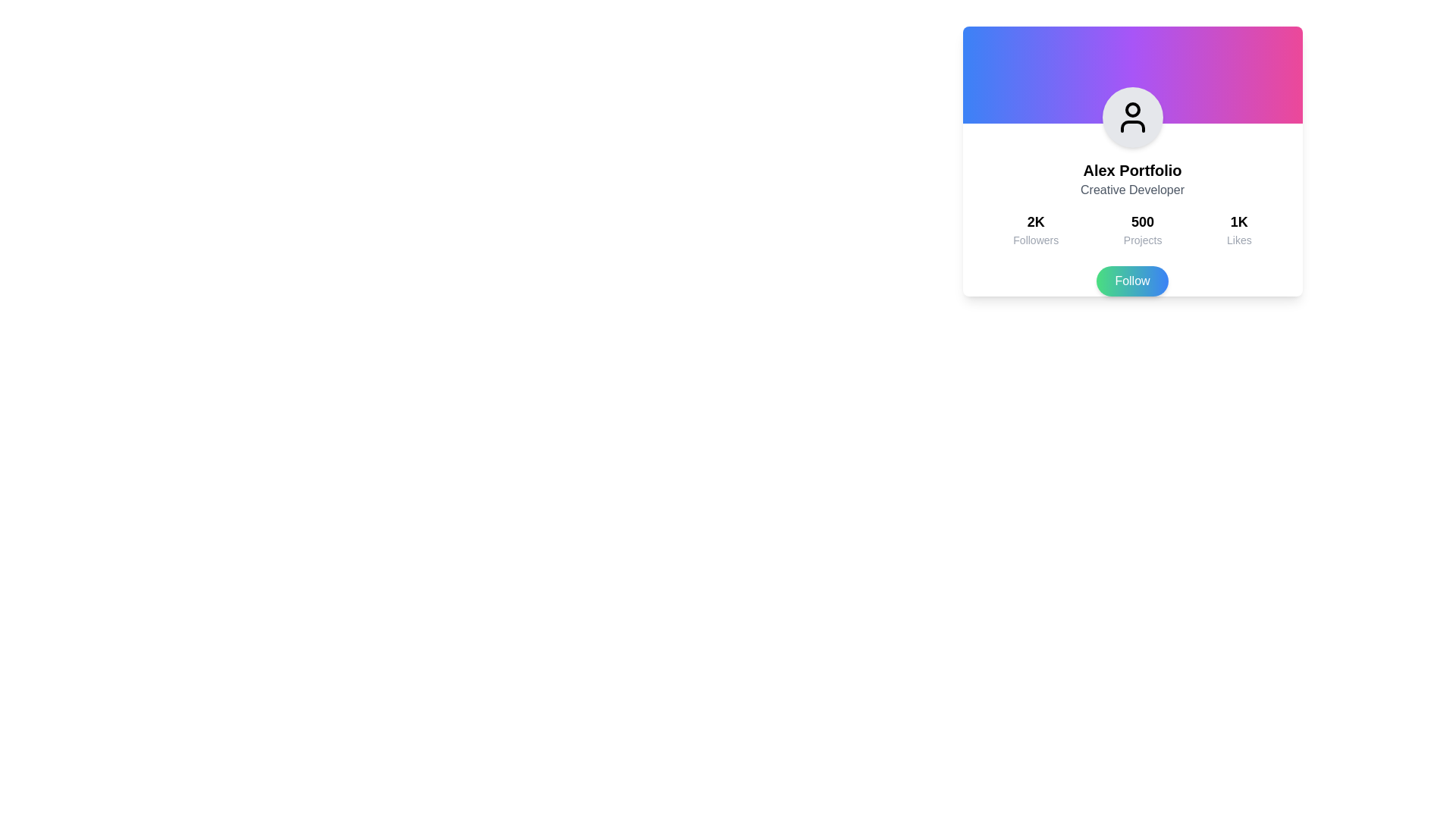 Image resolution: width=1456 pixels, height=819 pixels. I want to click on the 'Follow' button, which has a gradient background from green to blue and bold white text, so click(1132, 281).